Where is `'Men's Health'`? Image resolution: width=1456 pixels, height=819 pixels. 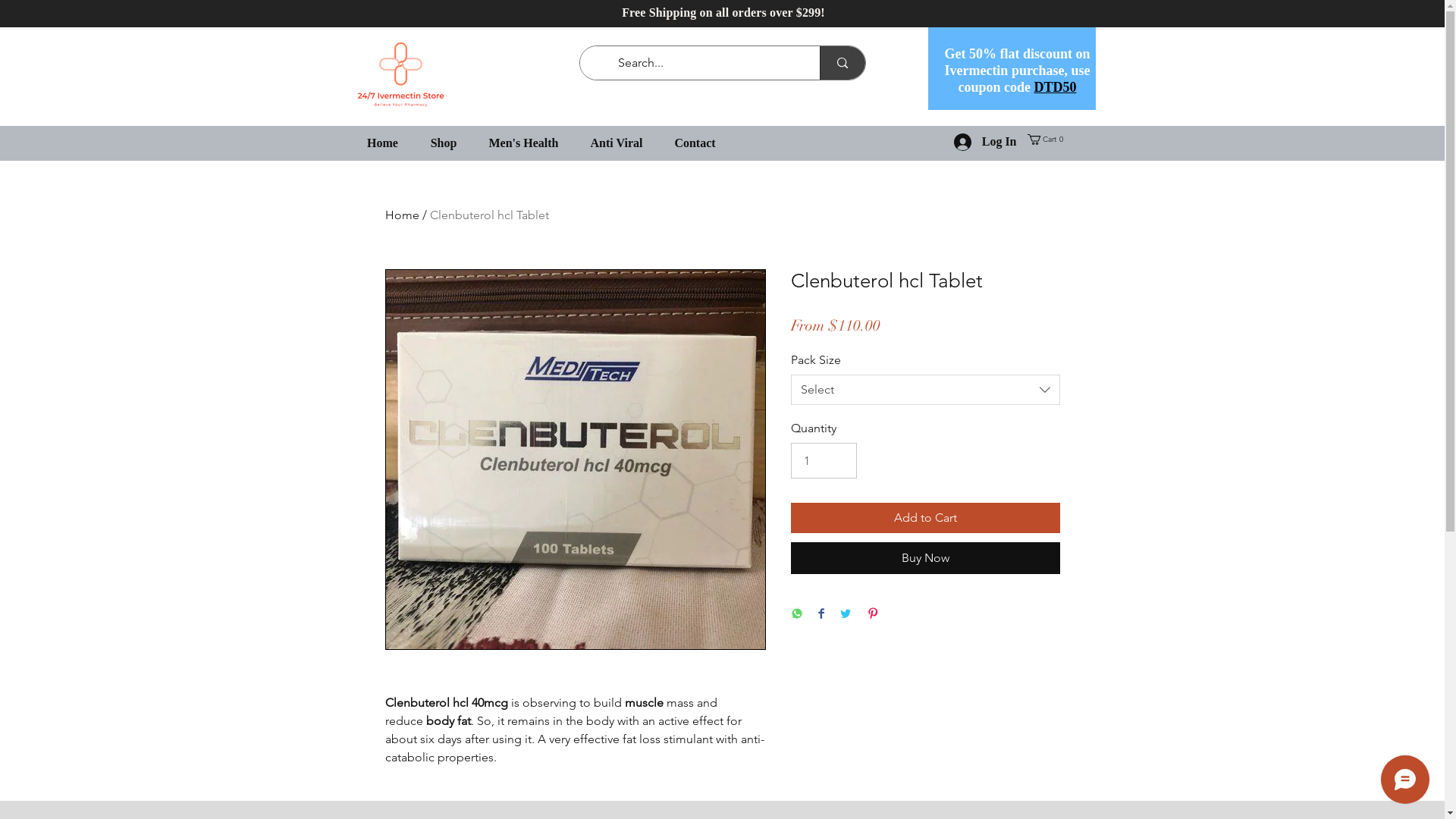
'Men's Health' is located at coordinates (524, 143).